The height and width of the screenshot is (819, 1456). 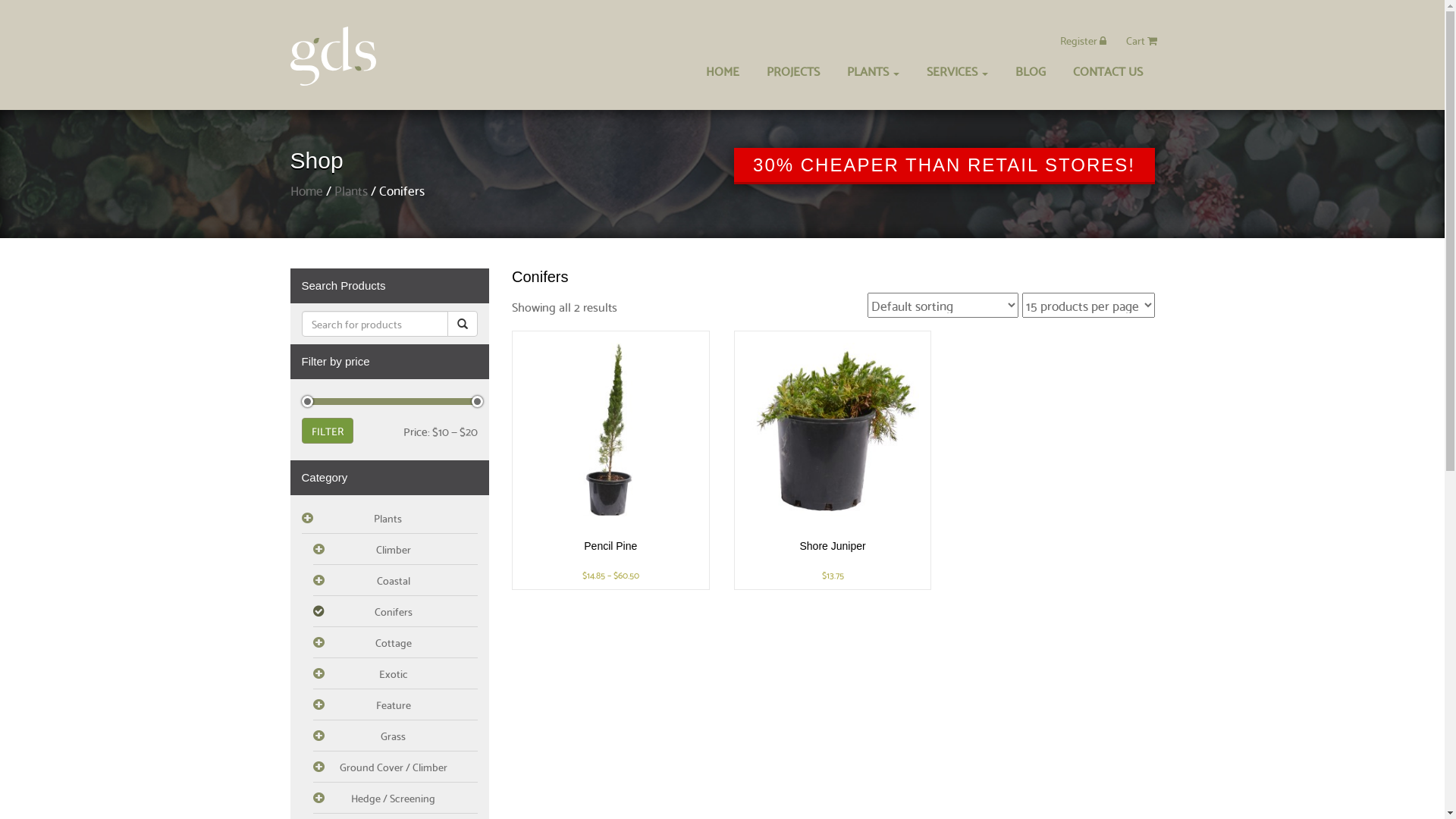 I want to click on 'HOME', so click(x=720, y=70).